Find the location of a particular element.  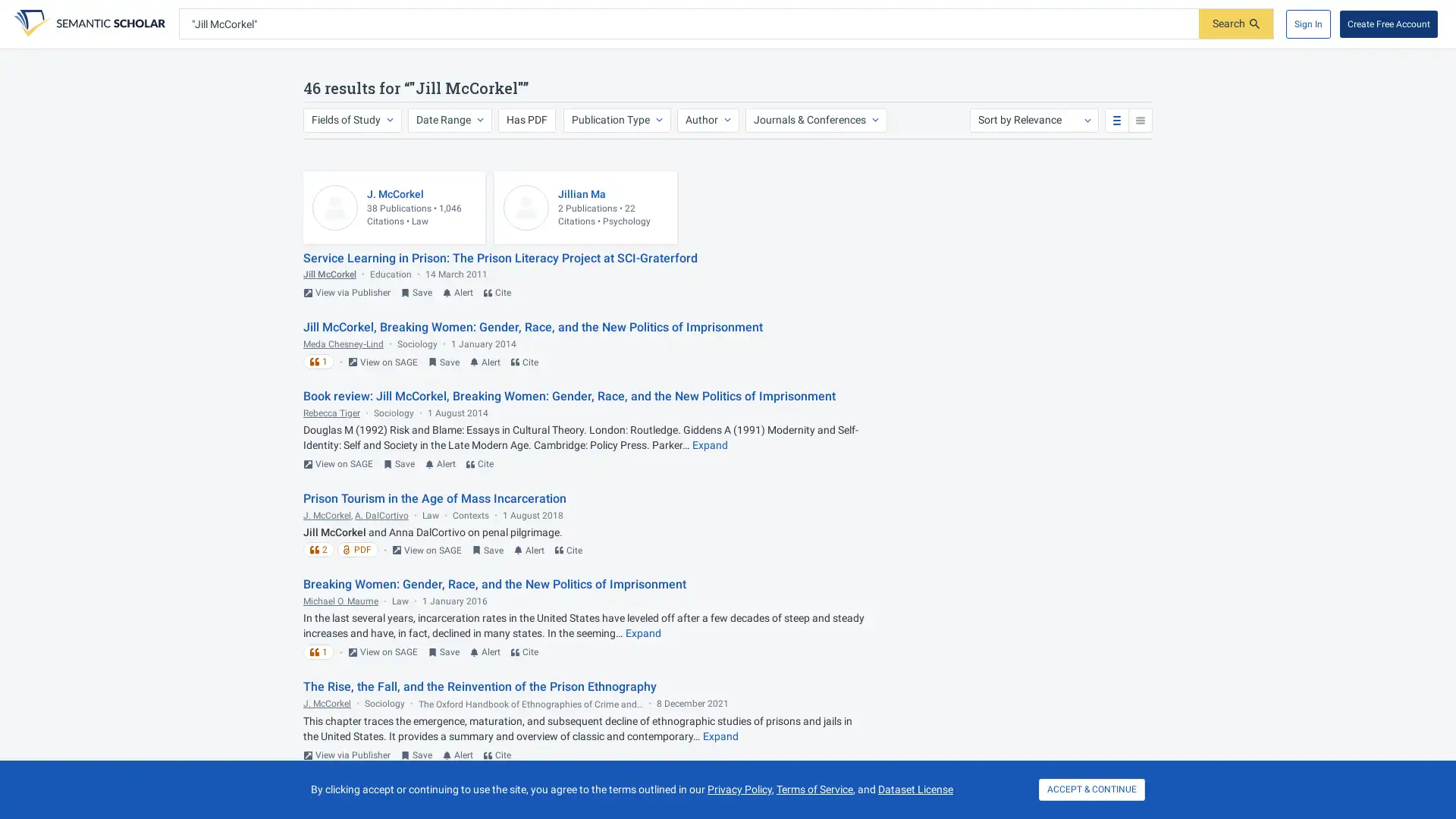

Has PDF is located at coordinates (526, 119).